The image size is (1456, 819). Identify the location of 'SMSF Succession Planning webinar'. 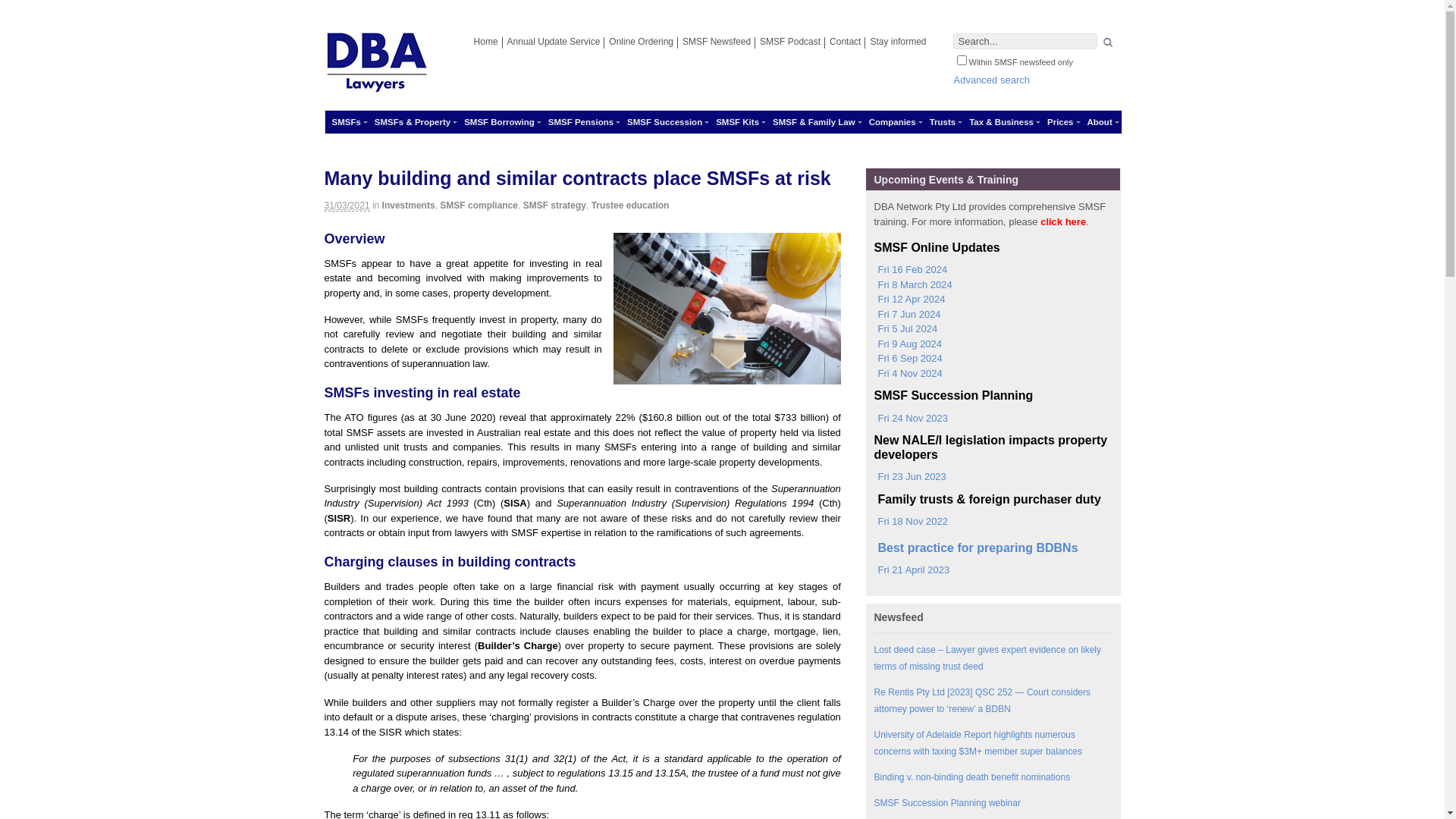
(946, 802).